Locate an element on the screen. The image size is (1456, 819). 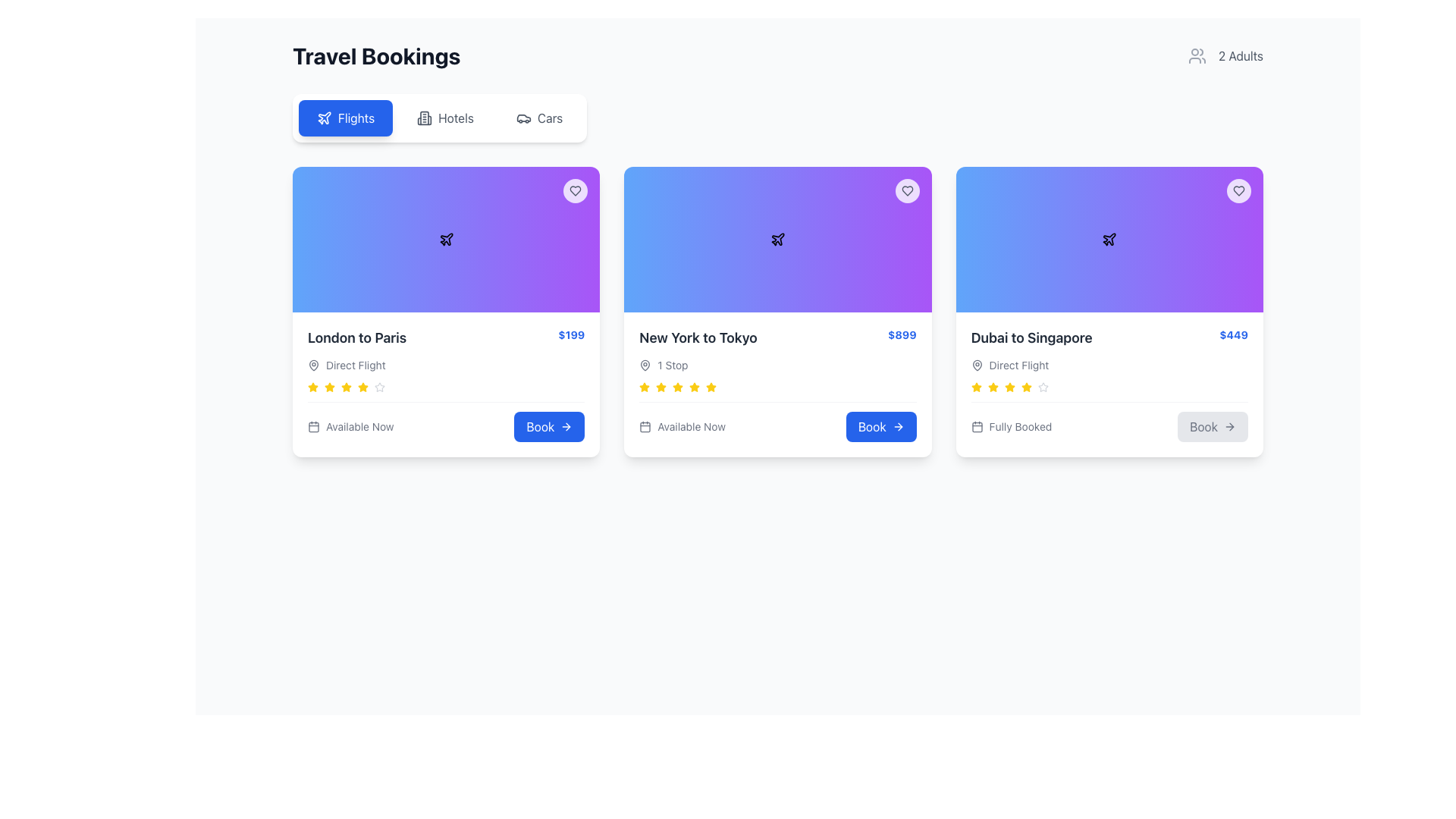
the yellow star-shaped icon representing the fourth star is located at coordinates (312, 386).